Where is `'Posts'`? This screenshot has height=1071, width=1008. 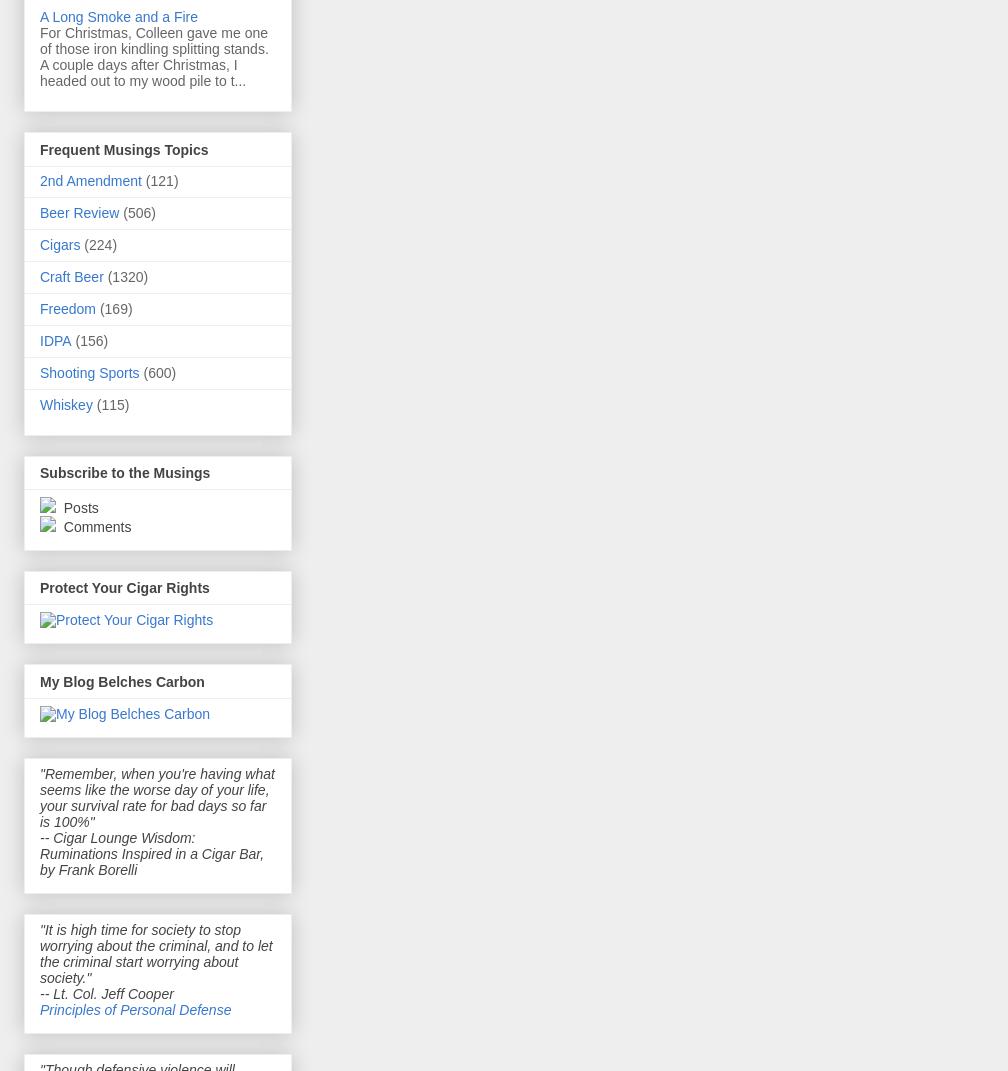 'Posts' is located at coordinates (78, 506).